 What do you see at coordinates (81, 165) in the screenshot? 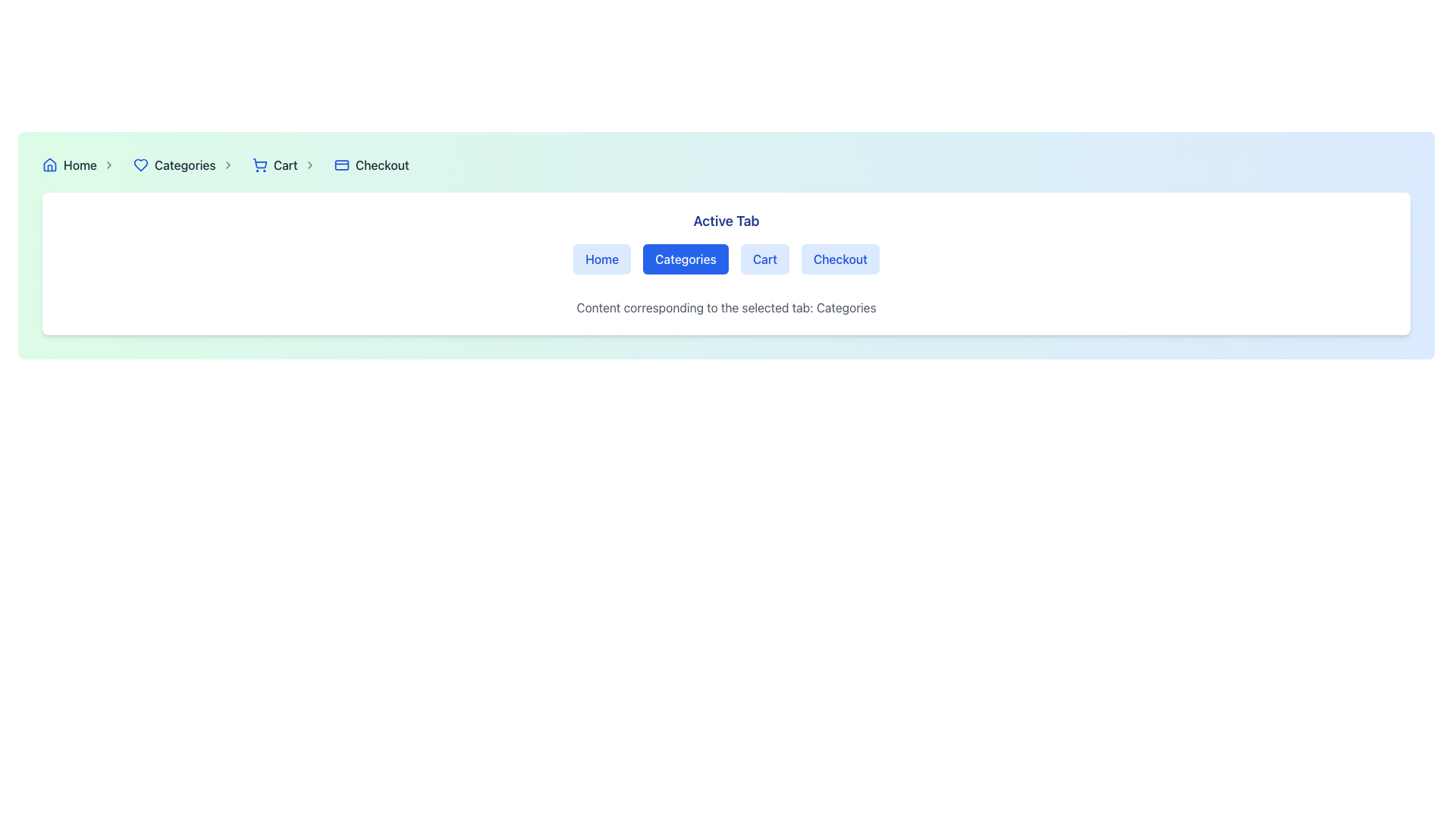
I see `the 'Home' breadcrumb link with an icon` at bounding box center [81, 165].